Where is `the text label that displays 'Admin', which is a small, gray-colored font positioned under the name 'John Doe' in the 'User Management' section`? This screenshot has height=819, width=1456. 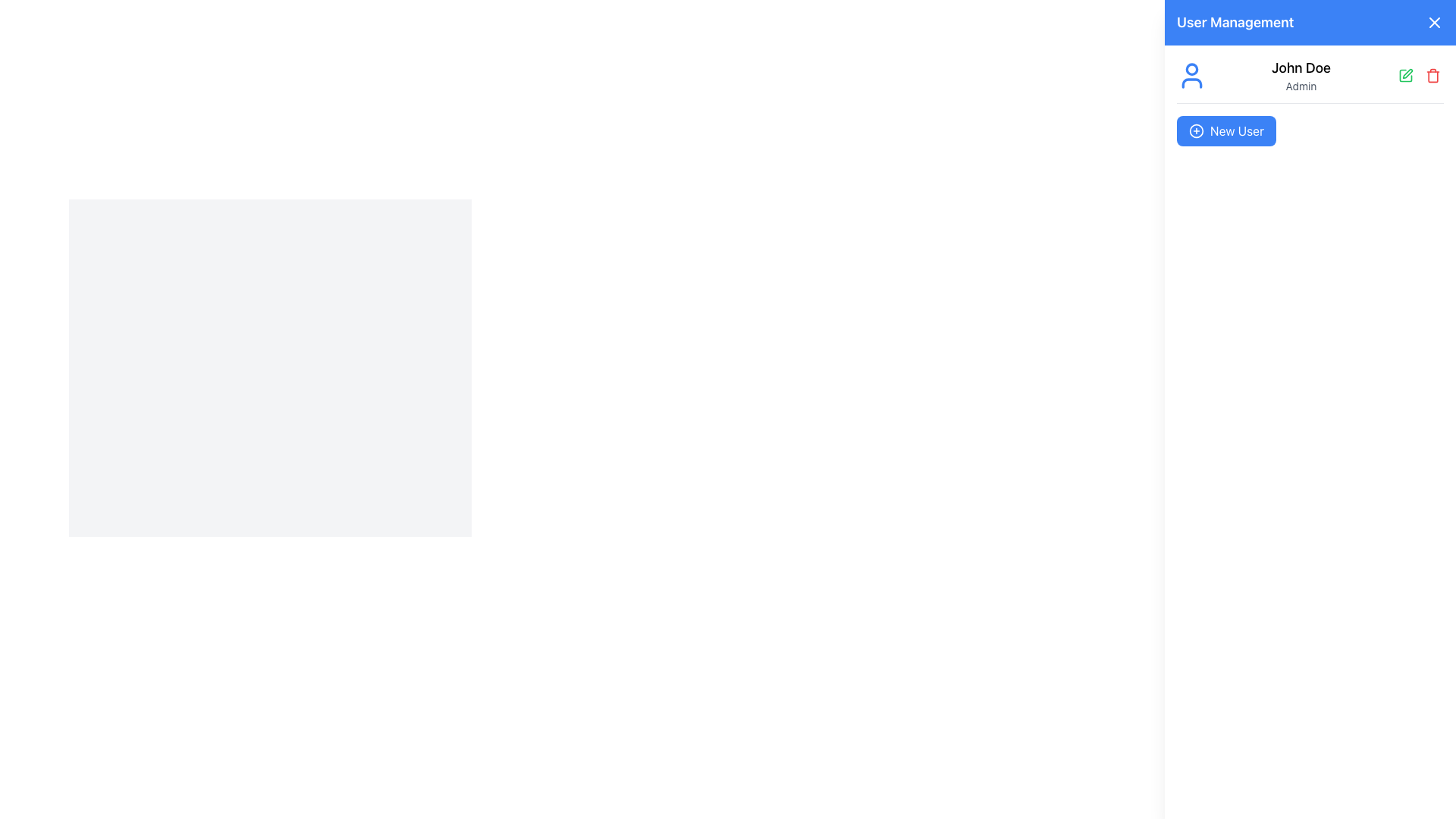
the text label that displays 'Admin', which is a small, gray-colored font positioned under the name 'John Doe' in the 'User Management' section is located at coordinates (1301, 86).